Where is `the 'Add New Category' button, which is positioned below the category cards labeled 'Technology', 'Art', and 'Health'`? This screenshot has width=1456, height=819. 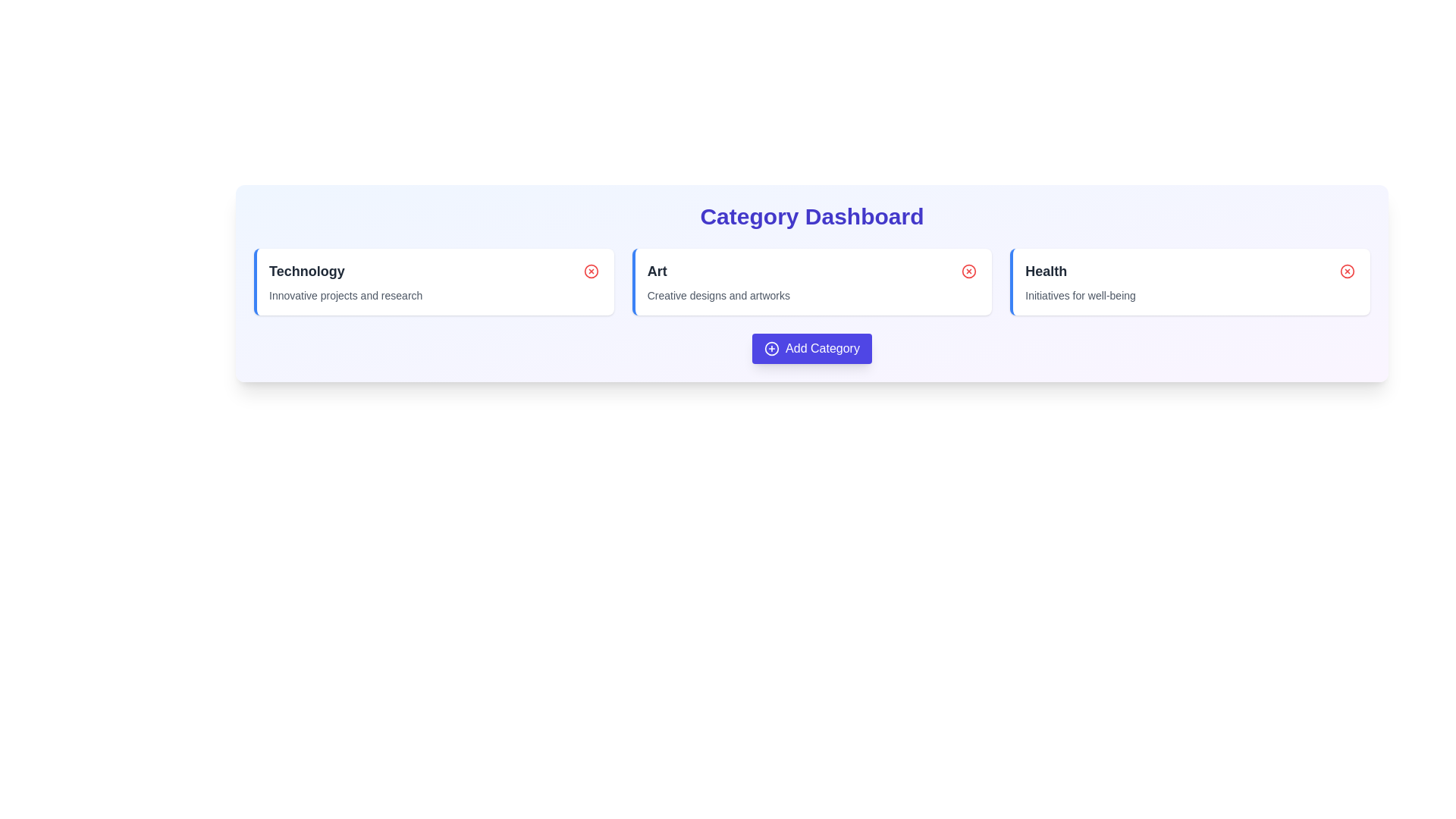 the 'Add New Category' button, which is positioned below the category cards labeled 'Technology', 'Art', and 'Health' is located at coordinates (811, 348).